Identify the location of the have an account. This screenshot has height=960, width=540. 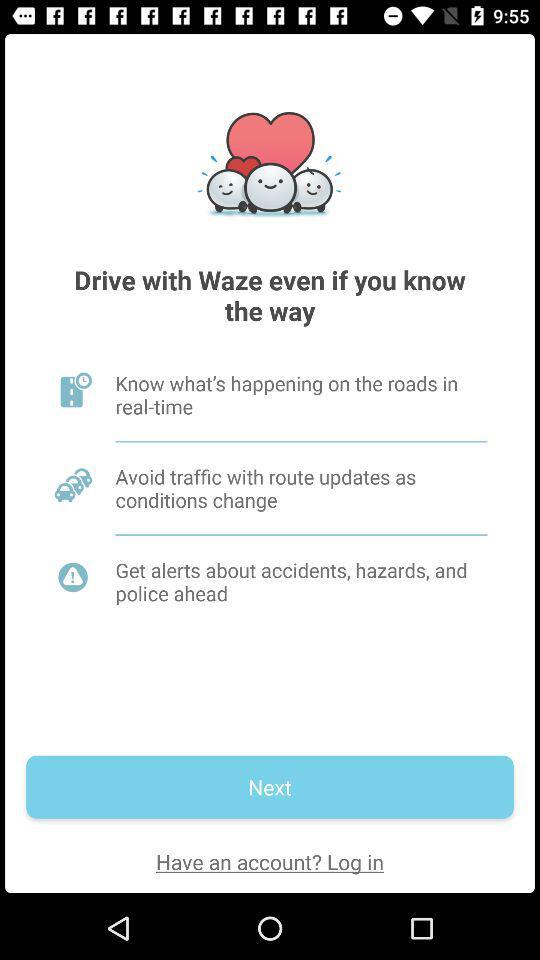
(270, 860).